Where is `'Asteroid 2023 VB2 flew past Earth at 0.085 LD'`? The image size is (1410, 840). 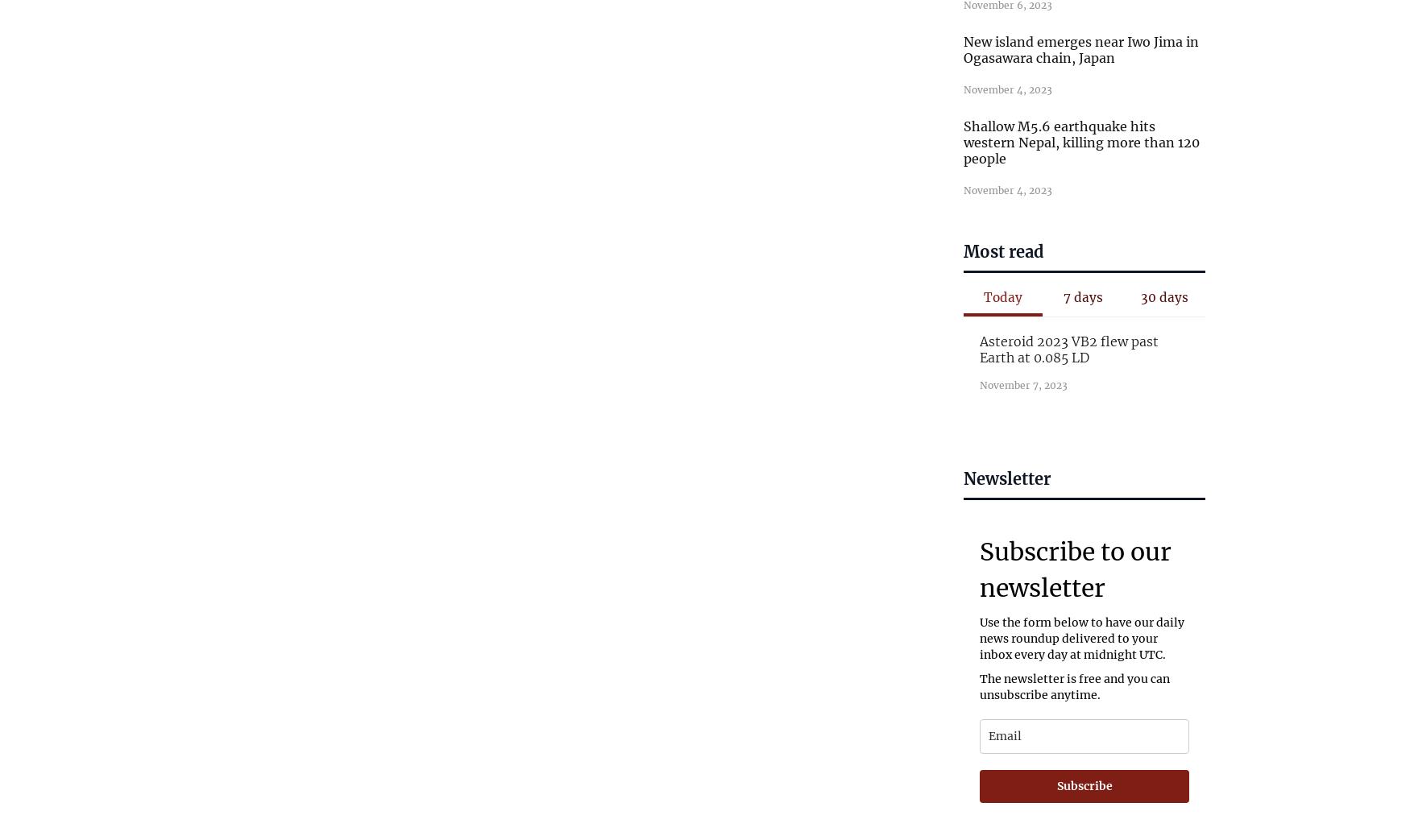 'Asteroid 2023 VB2 flew past Earth at 0.085 LD' is located at coordinates (980, 348).